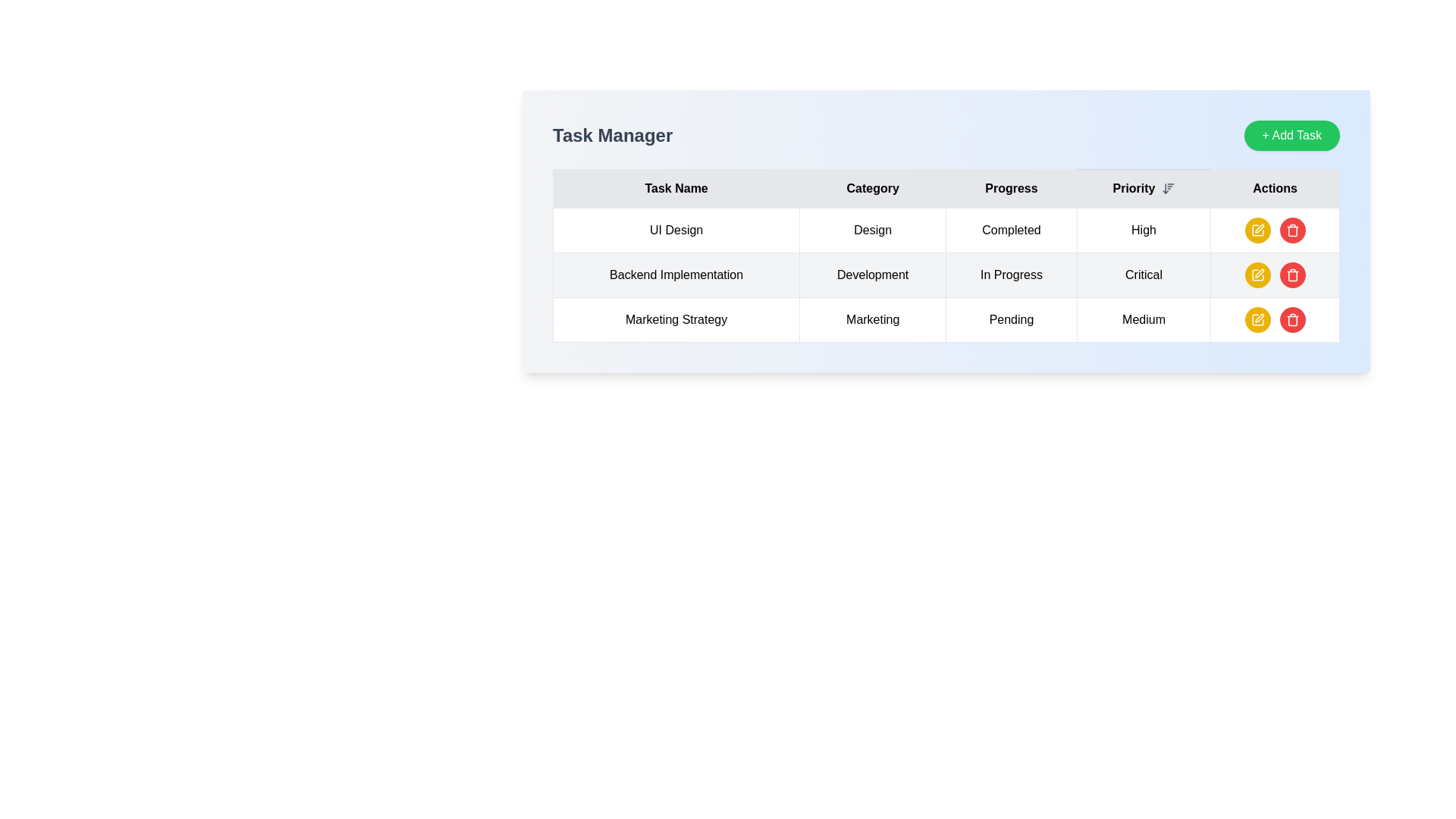 The height and width of the screenshot is (819, 1456). Describe the element at coordinates (1257, 318) in the screenshot. I see `the yellow pen icon button in the 'Actions' column for the 'Marketing Strategy' task to initiate editing` at that location.